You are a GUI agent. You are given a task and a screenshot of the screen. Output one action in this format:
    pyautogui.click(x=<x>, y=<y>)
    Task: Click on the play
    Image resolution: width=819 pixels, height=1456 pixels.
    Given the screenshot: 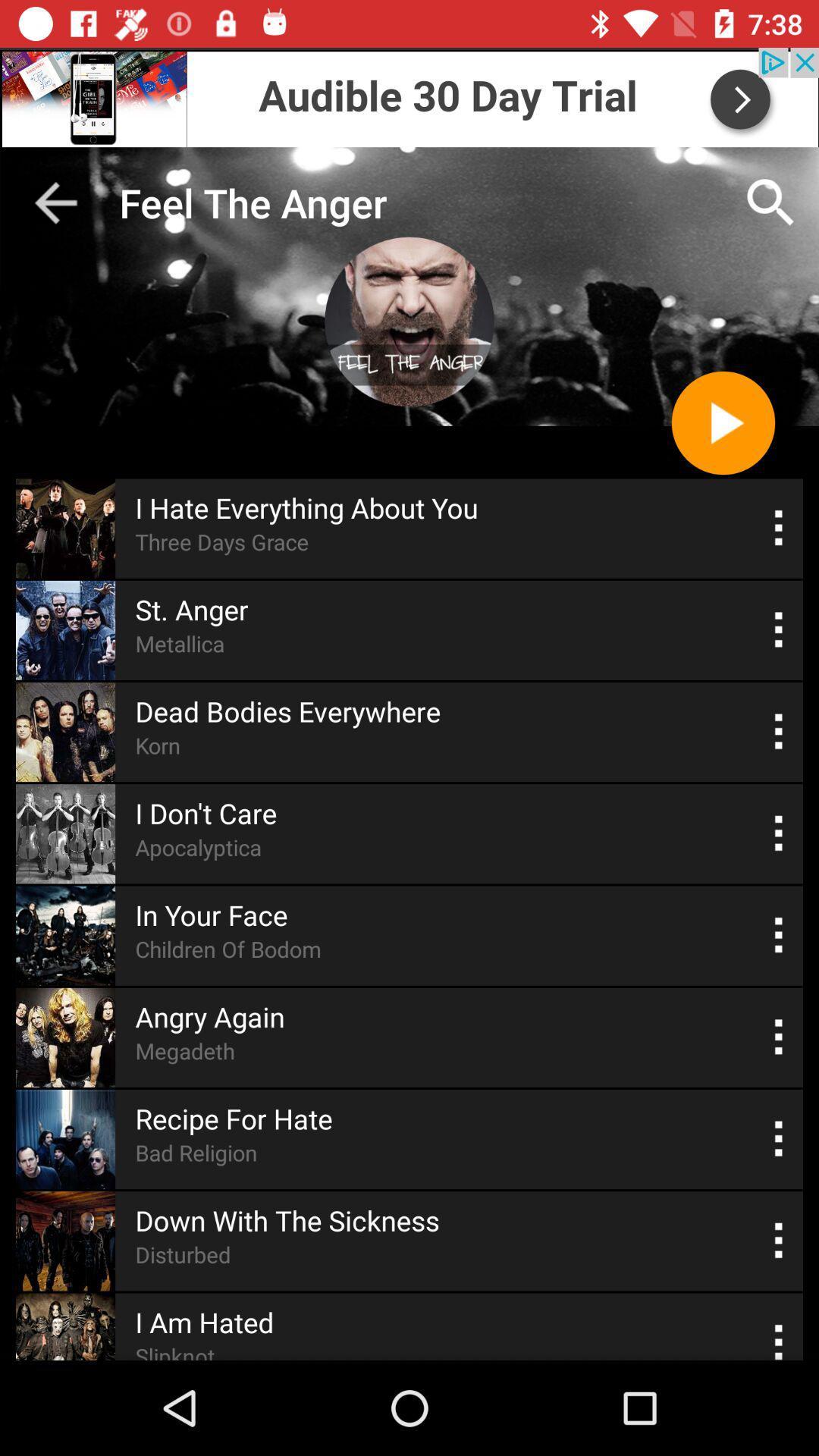 What is the action you would take?
    pyautogui.click(x=722, y=422)
    